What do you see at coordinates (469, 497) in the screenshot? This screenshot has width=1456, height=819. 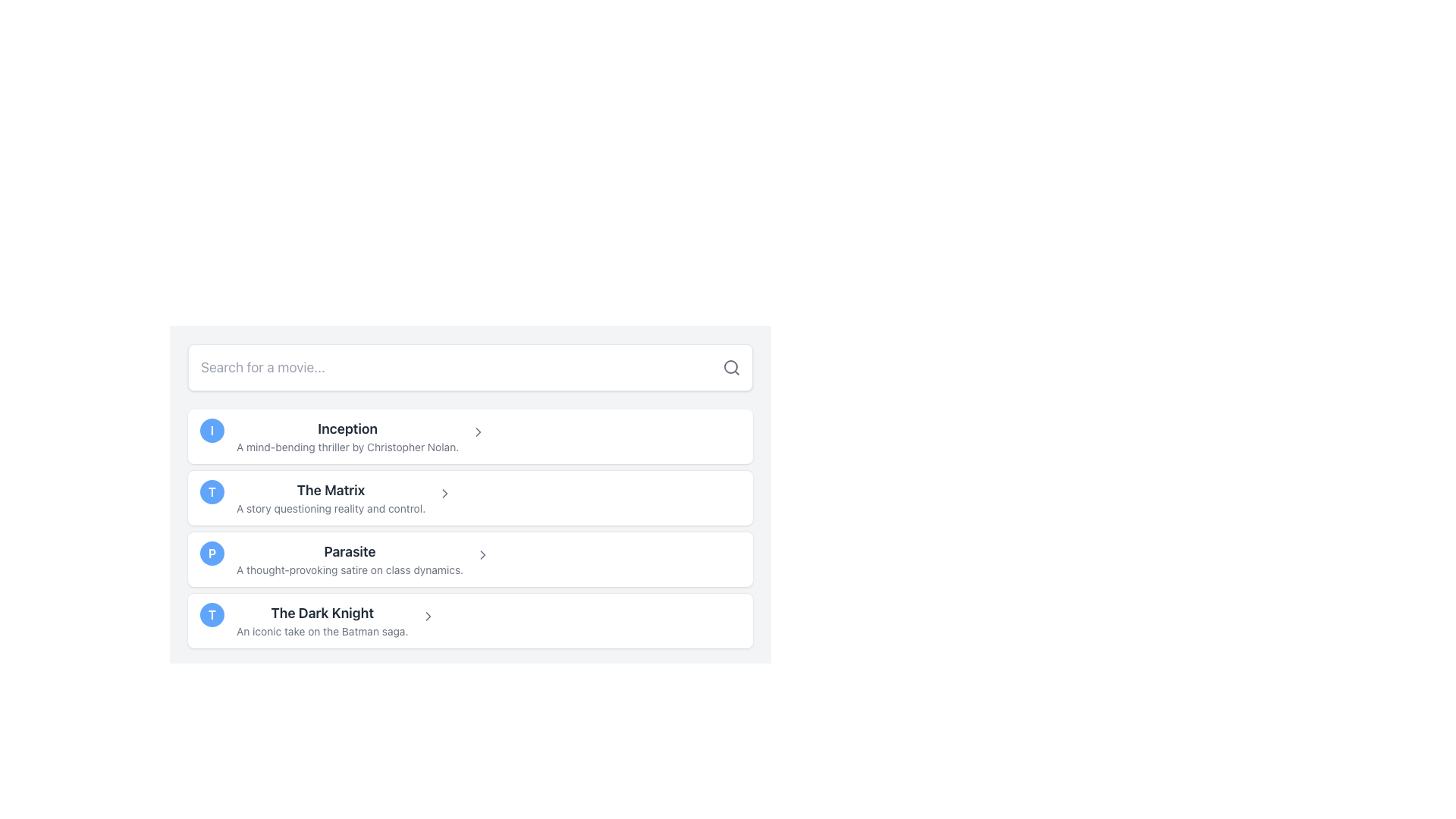 I see `the List item titled 'The Matrix'` at bounding box center [469, 497].